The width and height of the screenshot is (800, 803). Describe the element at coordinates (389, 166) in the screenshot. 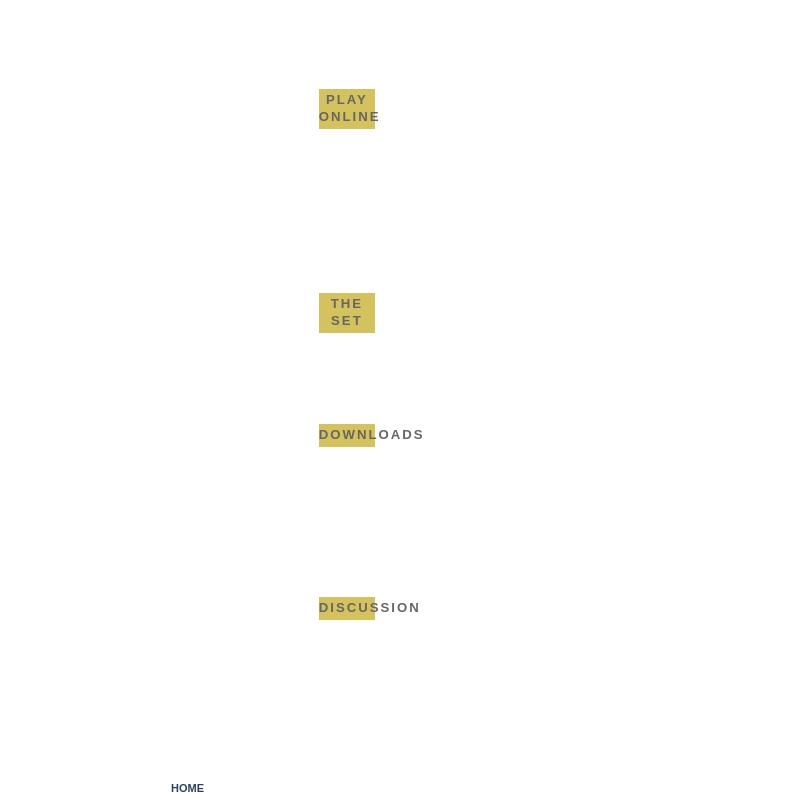

I see `'Where to Play Prevenience Online'` at that location.